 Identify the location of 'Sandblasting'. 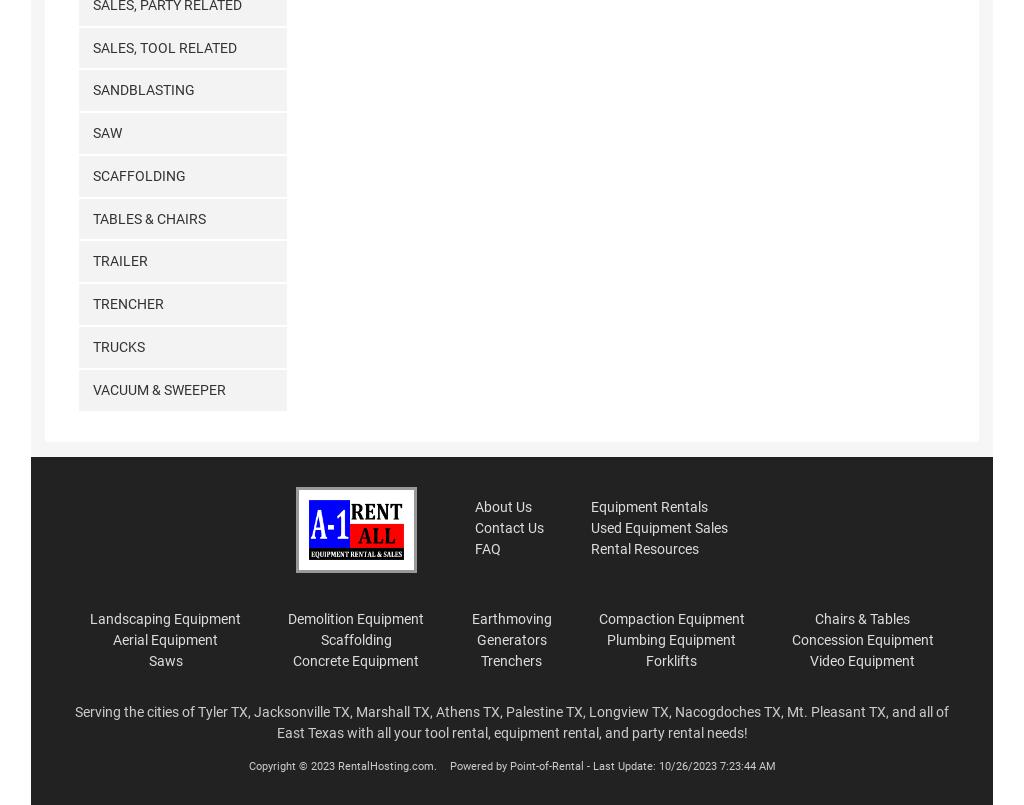
(91, 88).